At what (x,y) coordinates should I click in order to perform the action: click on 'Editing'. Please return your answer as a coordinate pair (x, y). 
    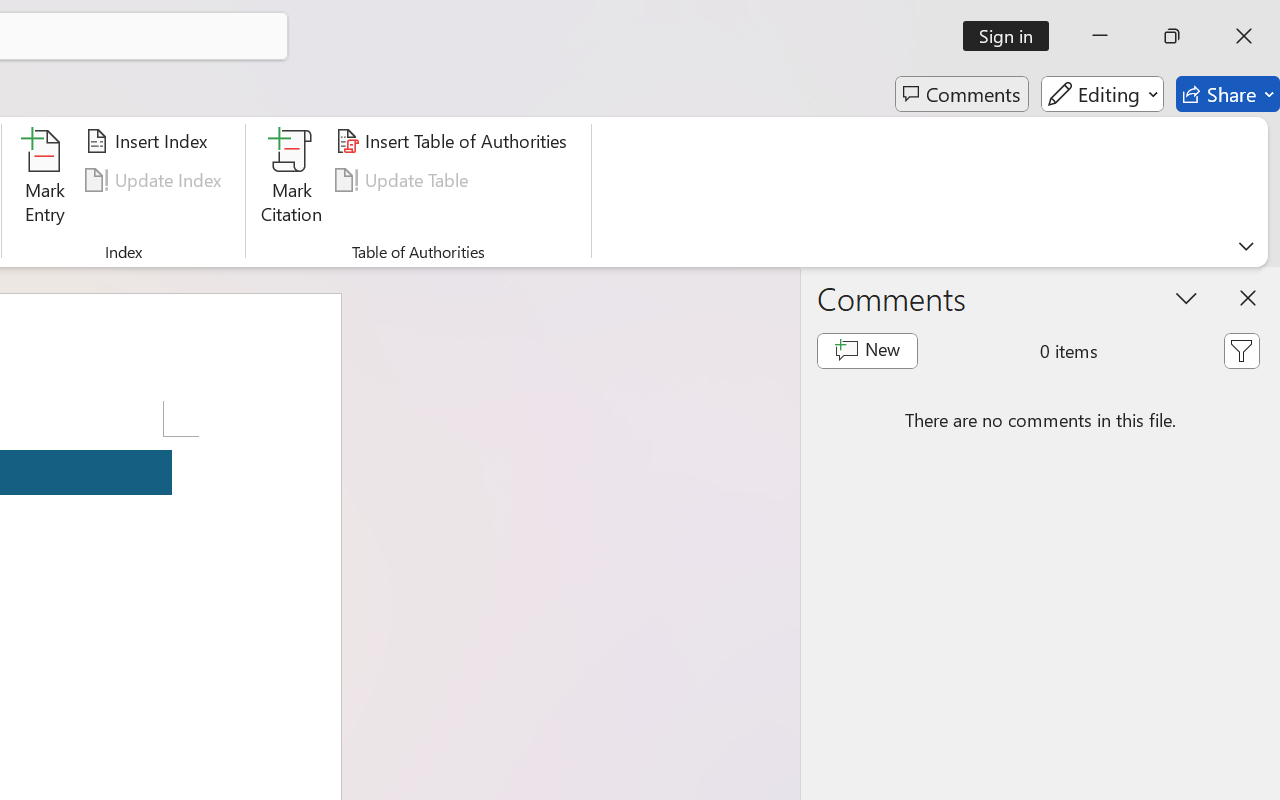
    Looking at the image, I should click on (1101, 94).